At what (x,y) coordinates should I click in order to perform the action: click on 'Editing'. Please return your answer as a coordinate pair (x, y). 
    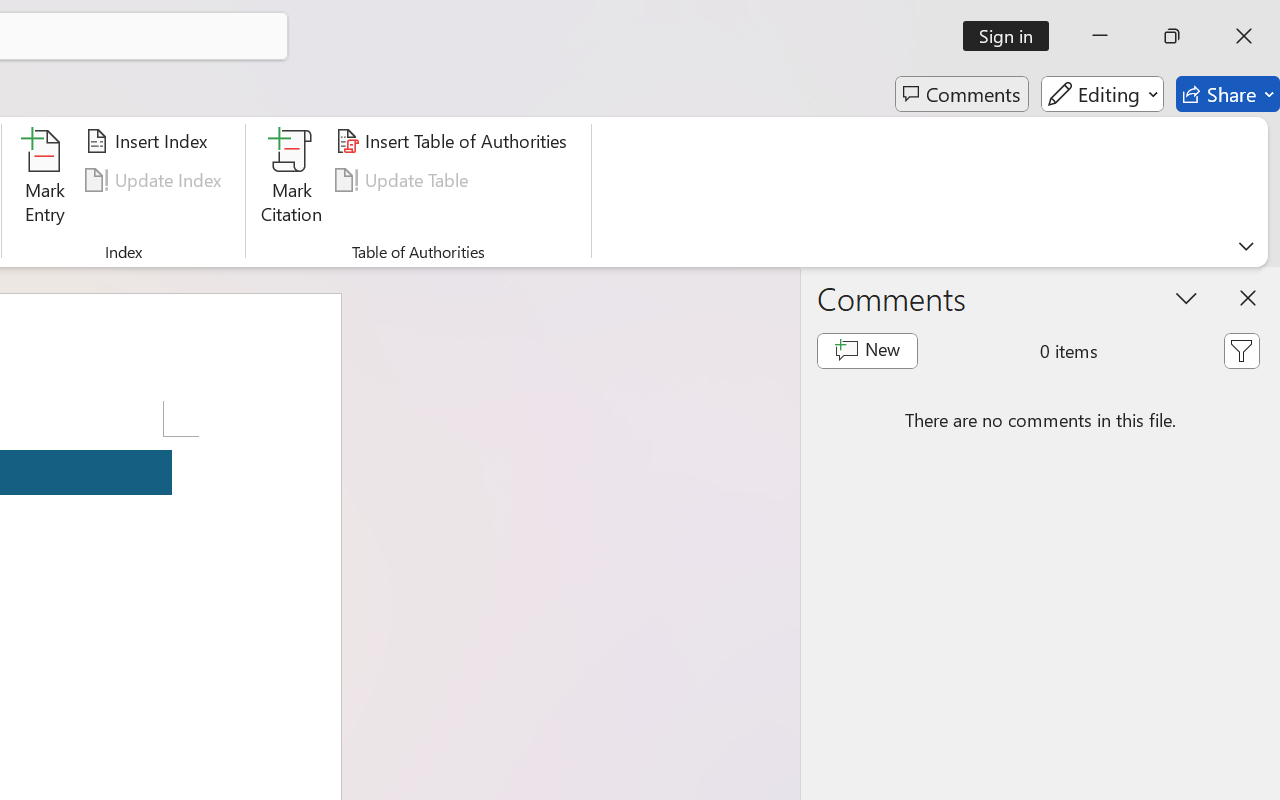
    Looking at the image, I should click on (1101, 94).